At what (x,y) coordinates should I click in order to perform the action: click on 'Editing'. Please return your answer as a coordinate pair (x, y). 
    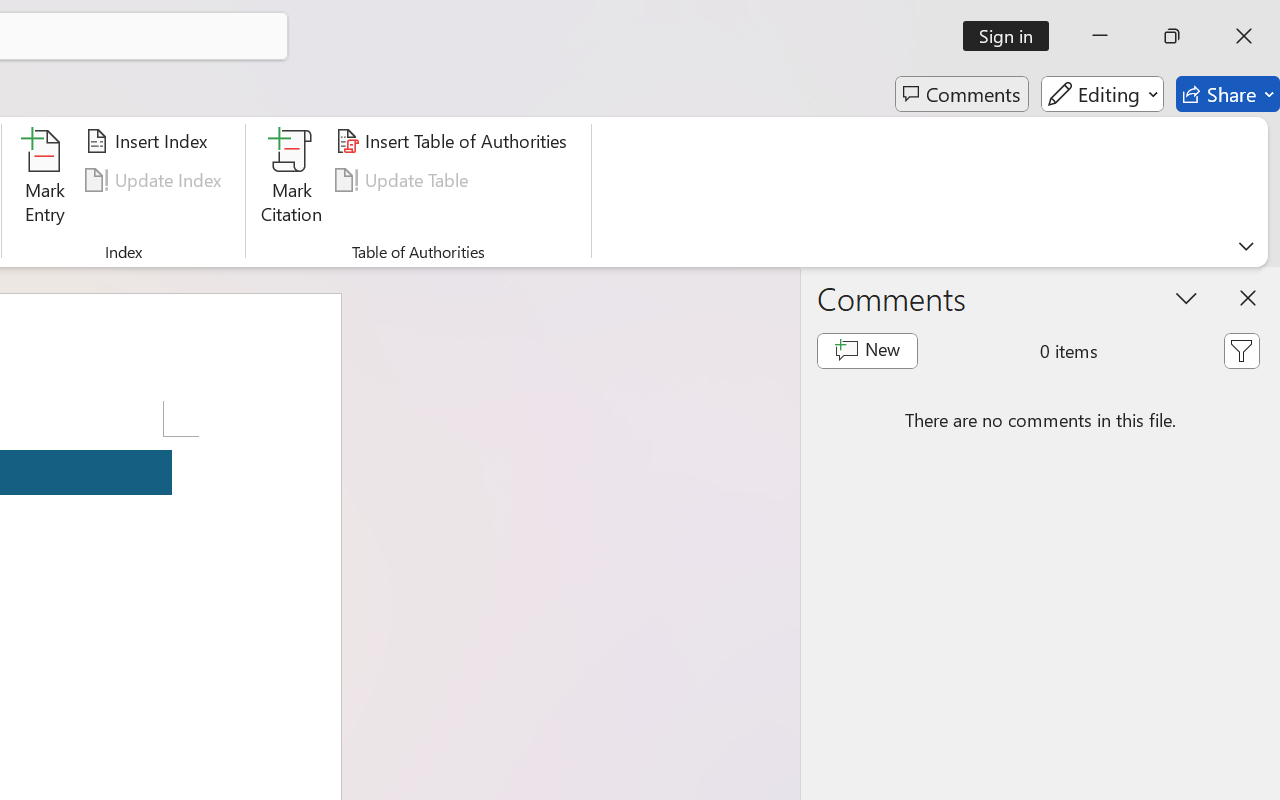
    Looking at the image, I should click on (1101, 94).